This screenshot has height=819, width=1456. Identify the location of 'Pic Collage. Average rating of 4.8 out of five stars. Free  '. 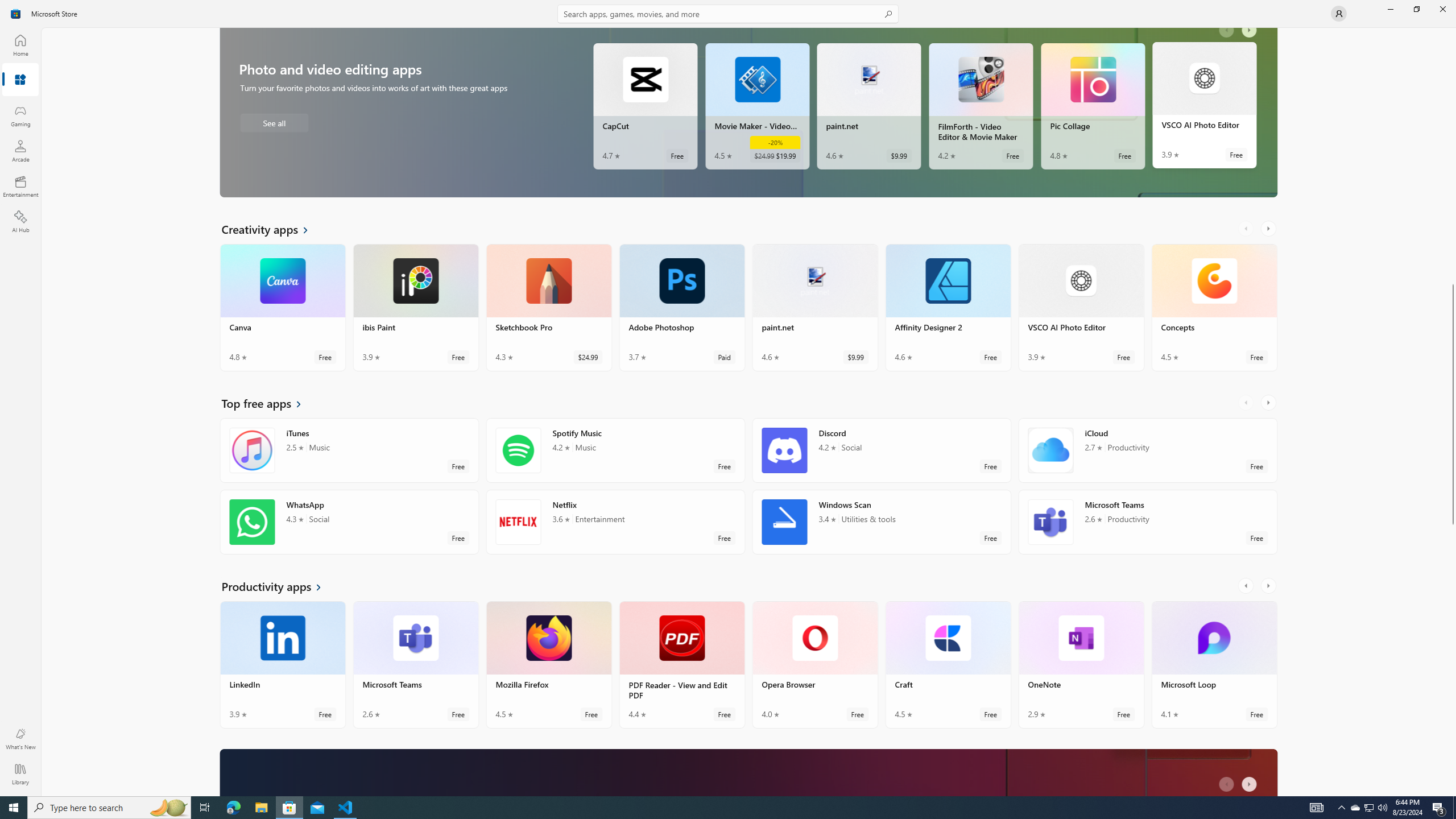
(1092, 107).